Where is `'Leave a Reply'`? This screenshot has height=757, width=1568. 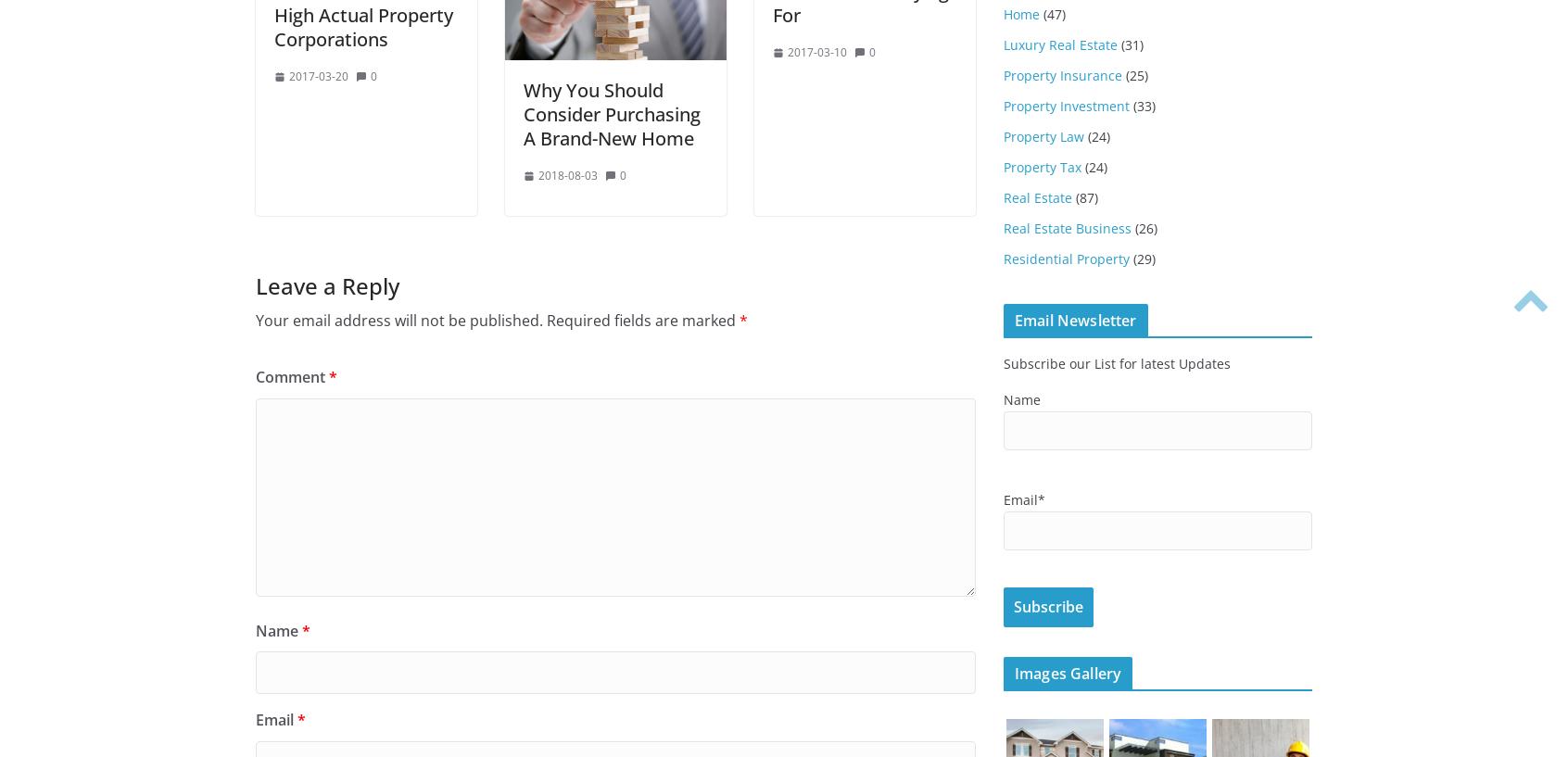 'Leave a Reply' is located at coordinates (255, 285).